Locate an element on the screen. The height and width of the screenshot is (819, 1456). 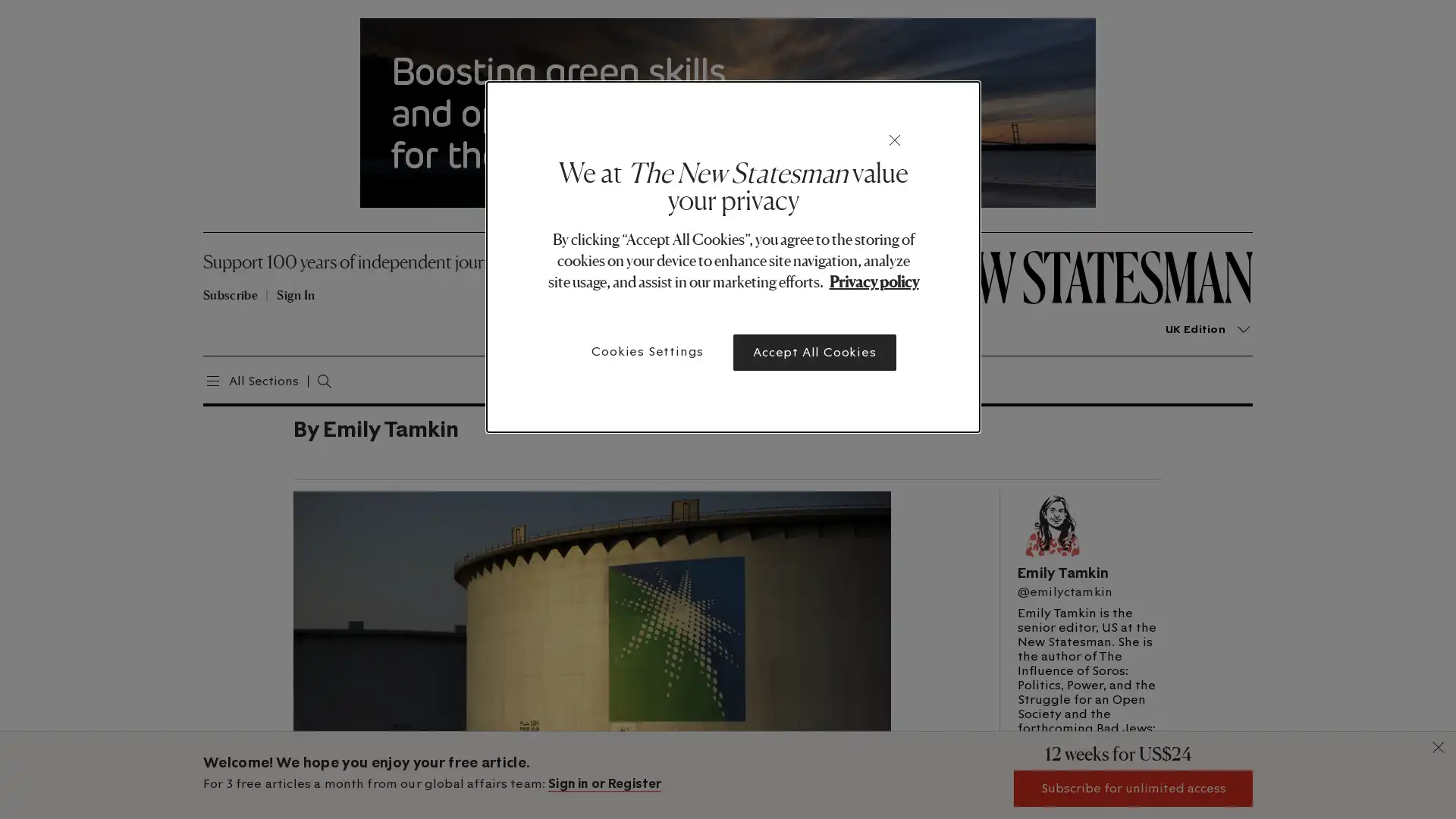
Accept All Cookies is located at coordinates (814, 353).